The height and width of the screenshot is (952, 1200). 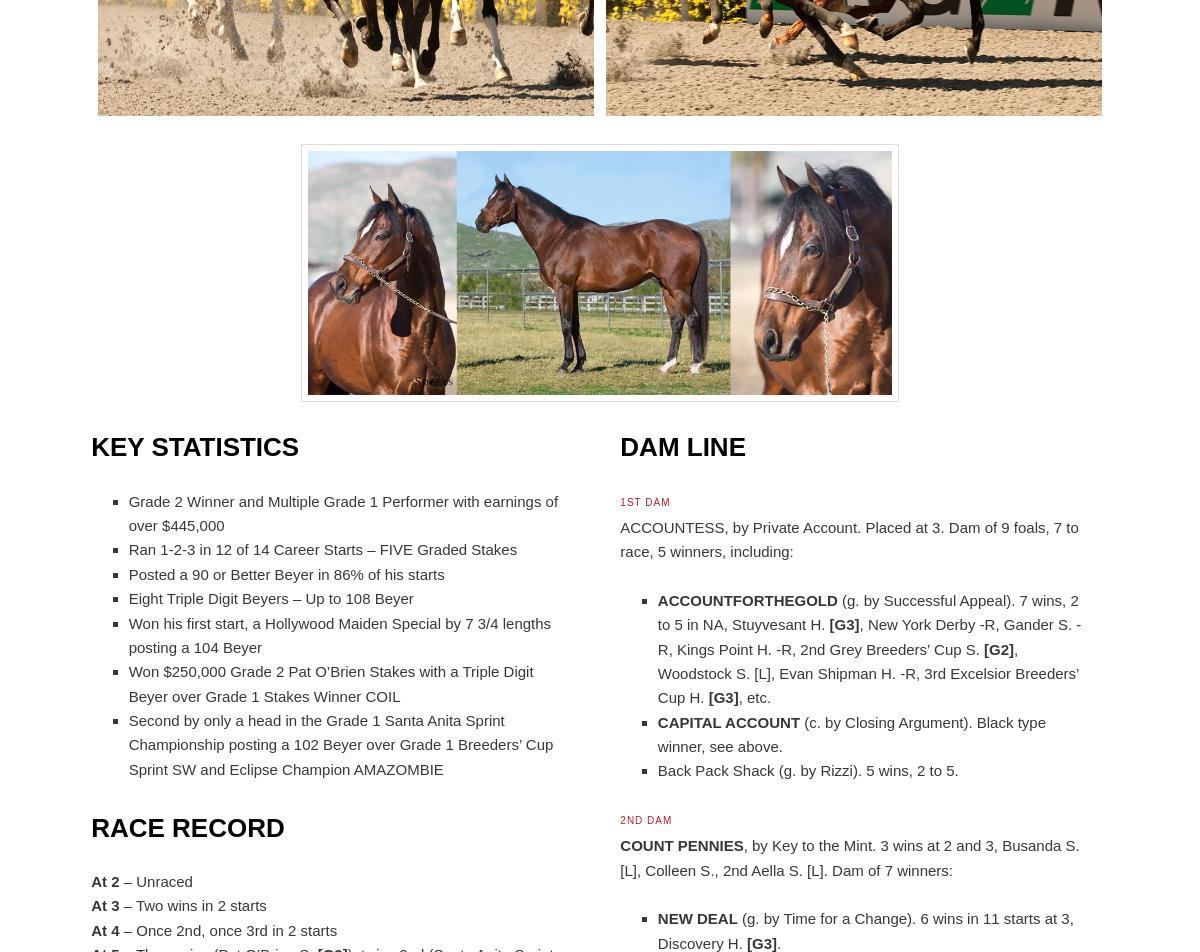 What do you see at coordinates (696, 918) in the screenshot?
I see `'NEW DEAL'` at bounding box center [696, 918].